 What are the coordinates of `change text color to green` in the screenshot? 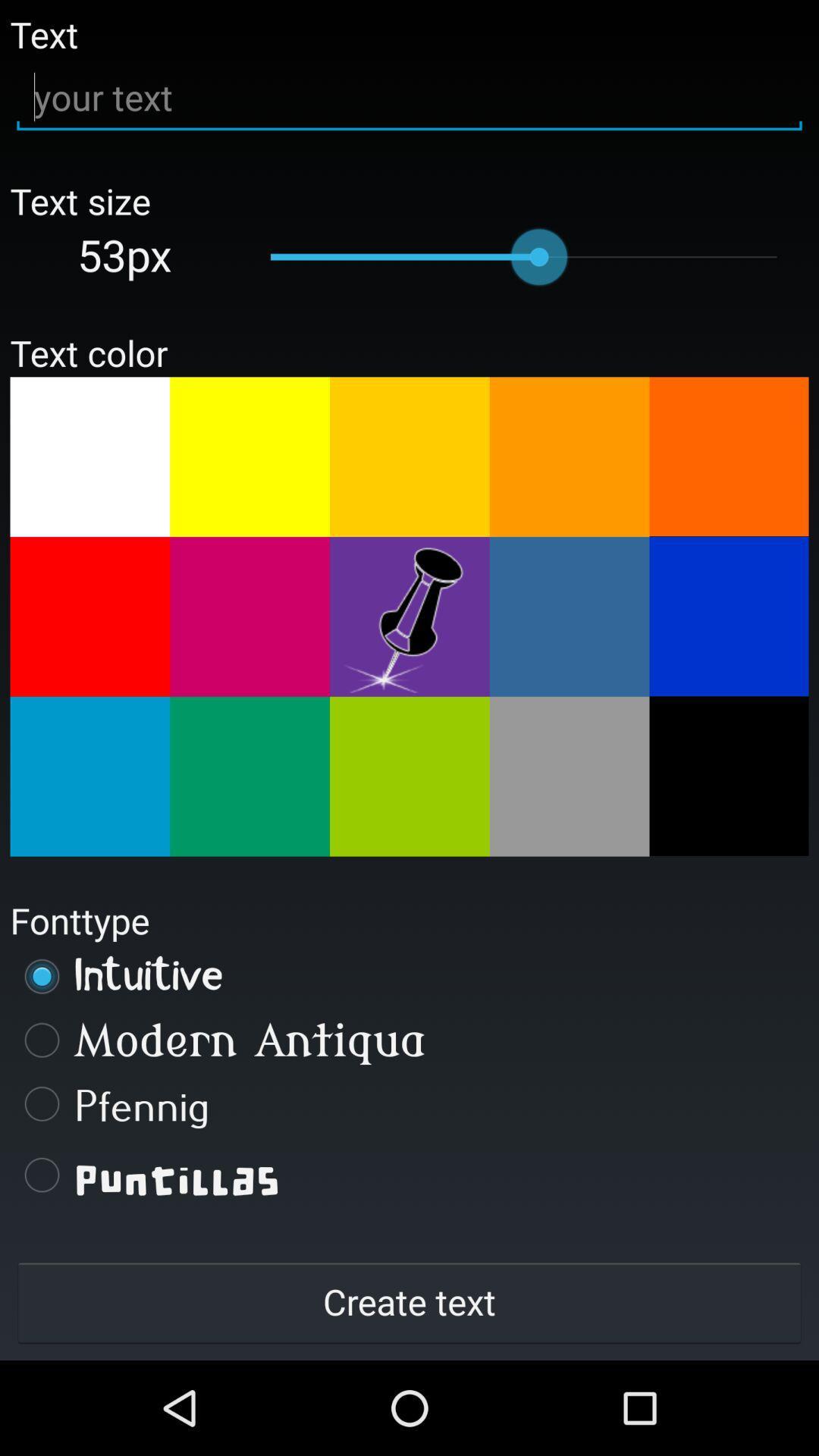 It's located at (409, 777).